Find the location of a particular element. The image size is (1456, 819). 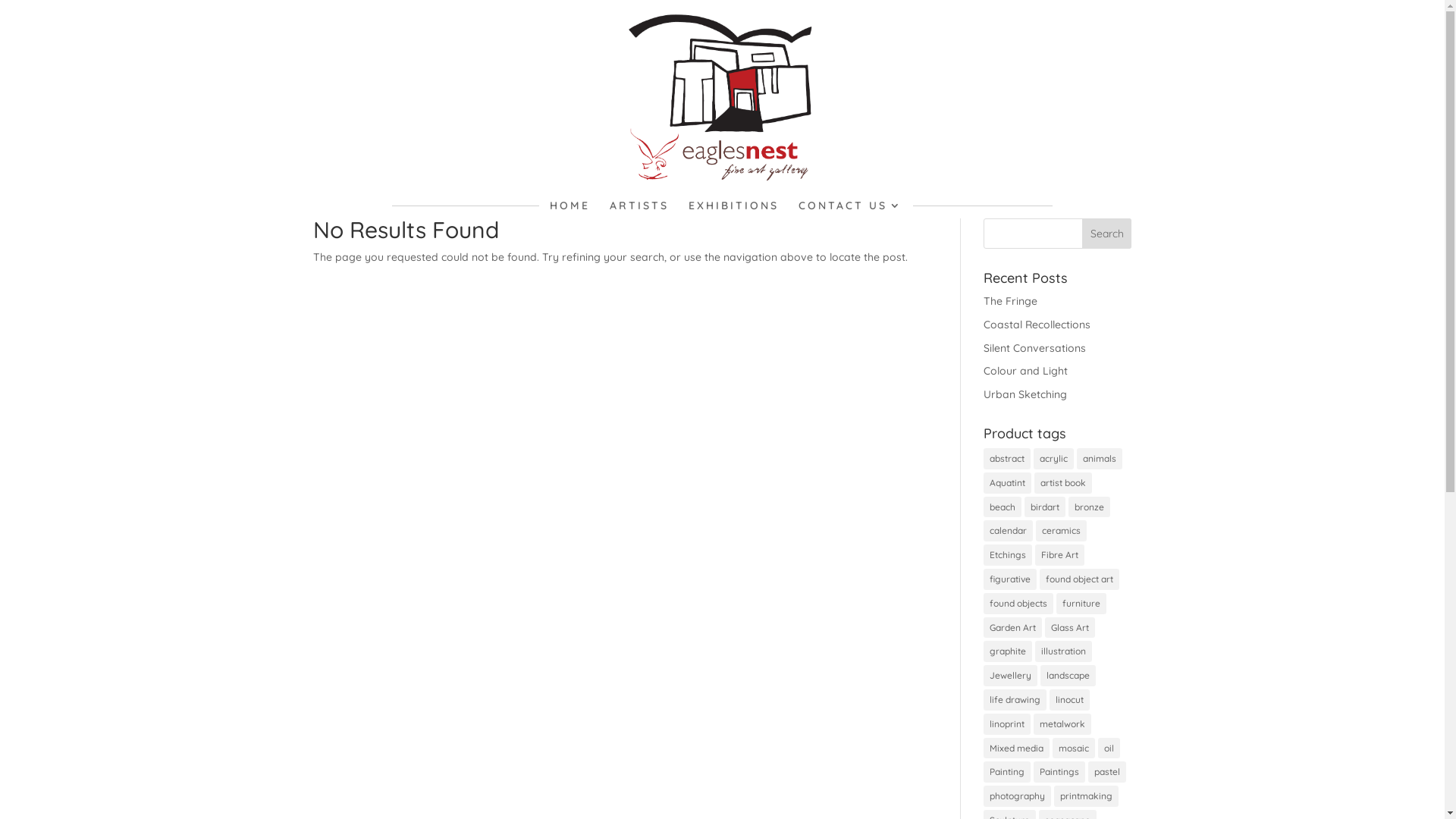

'Colour and Light' is located at coordinates (983, 371).